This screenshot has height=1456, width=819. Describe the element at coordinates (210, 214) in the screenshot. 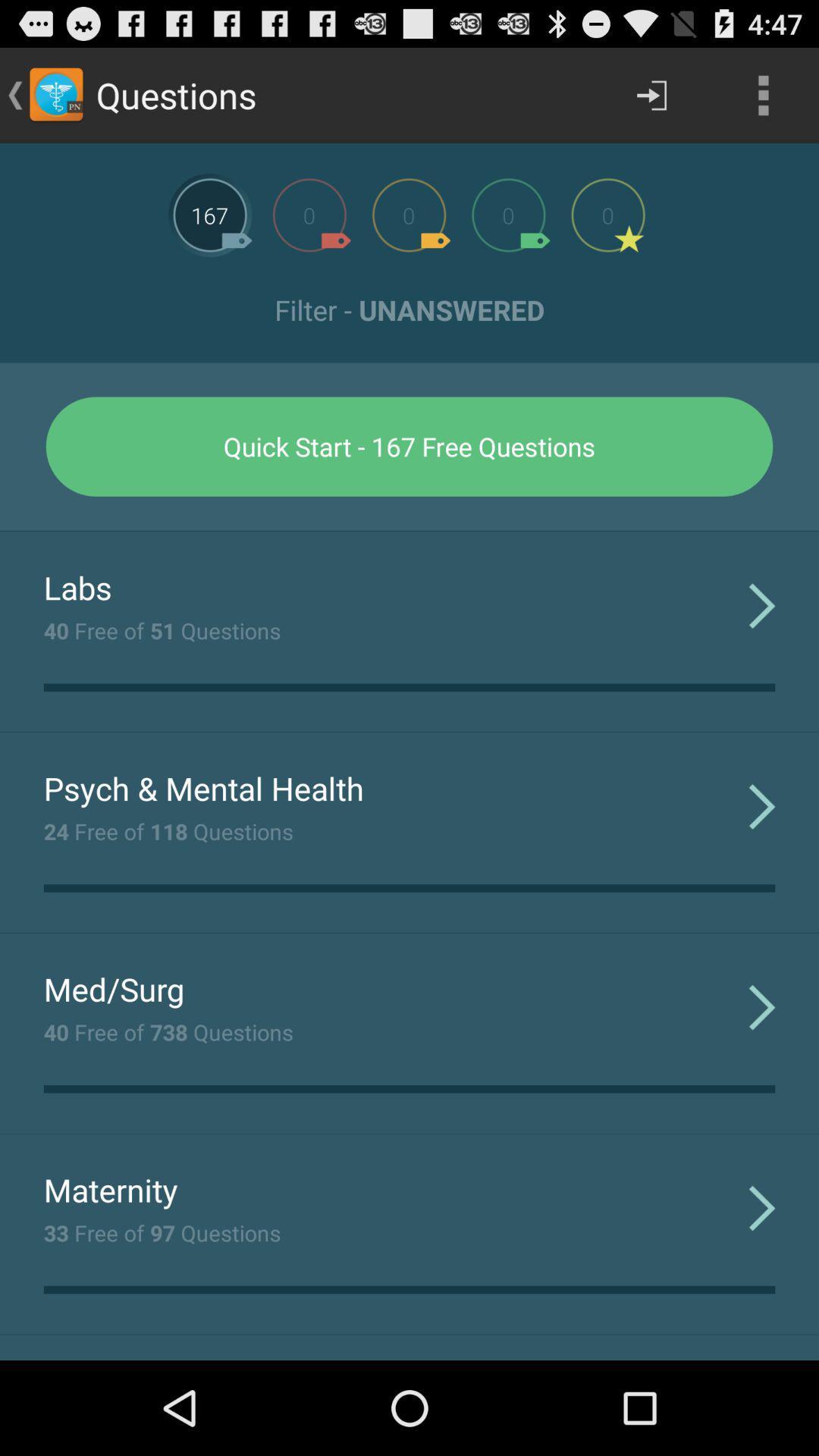

I see `answer the question` at that location.